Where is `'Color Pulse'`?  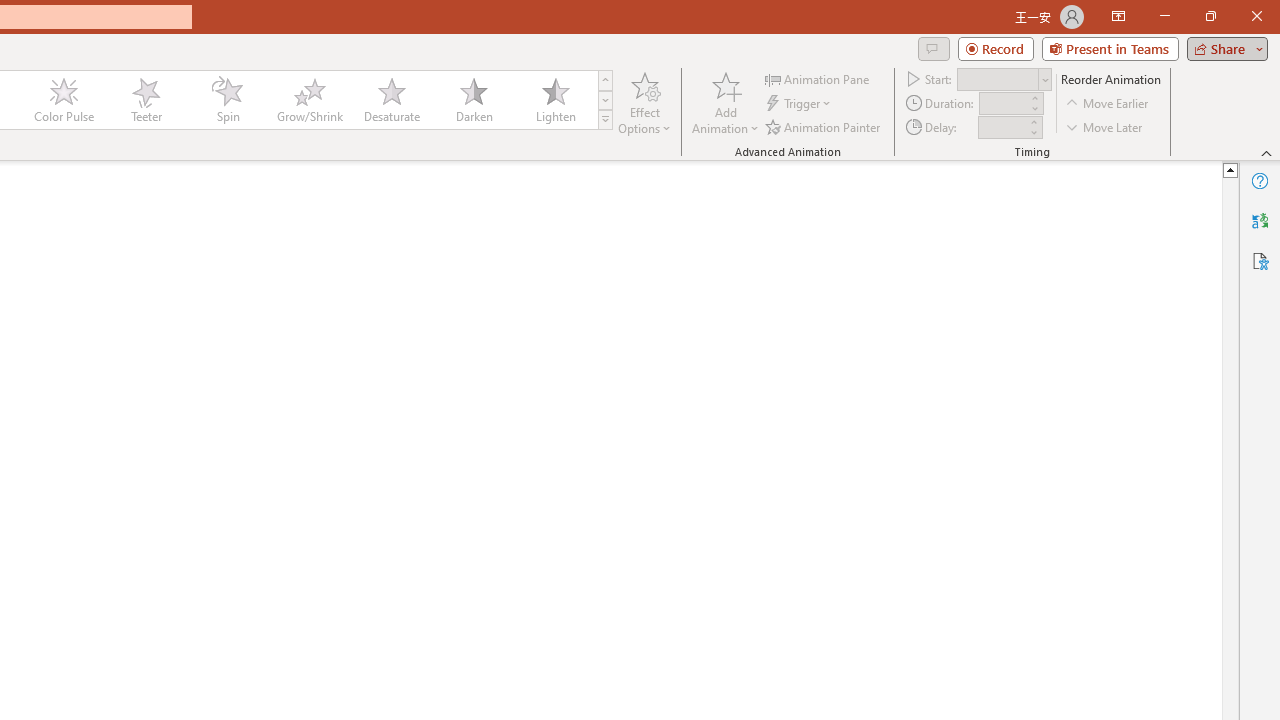 'Color Pulse' is located at coordinates (64, 100).